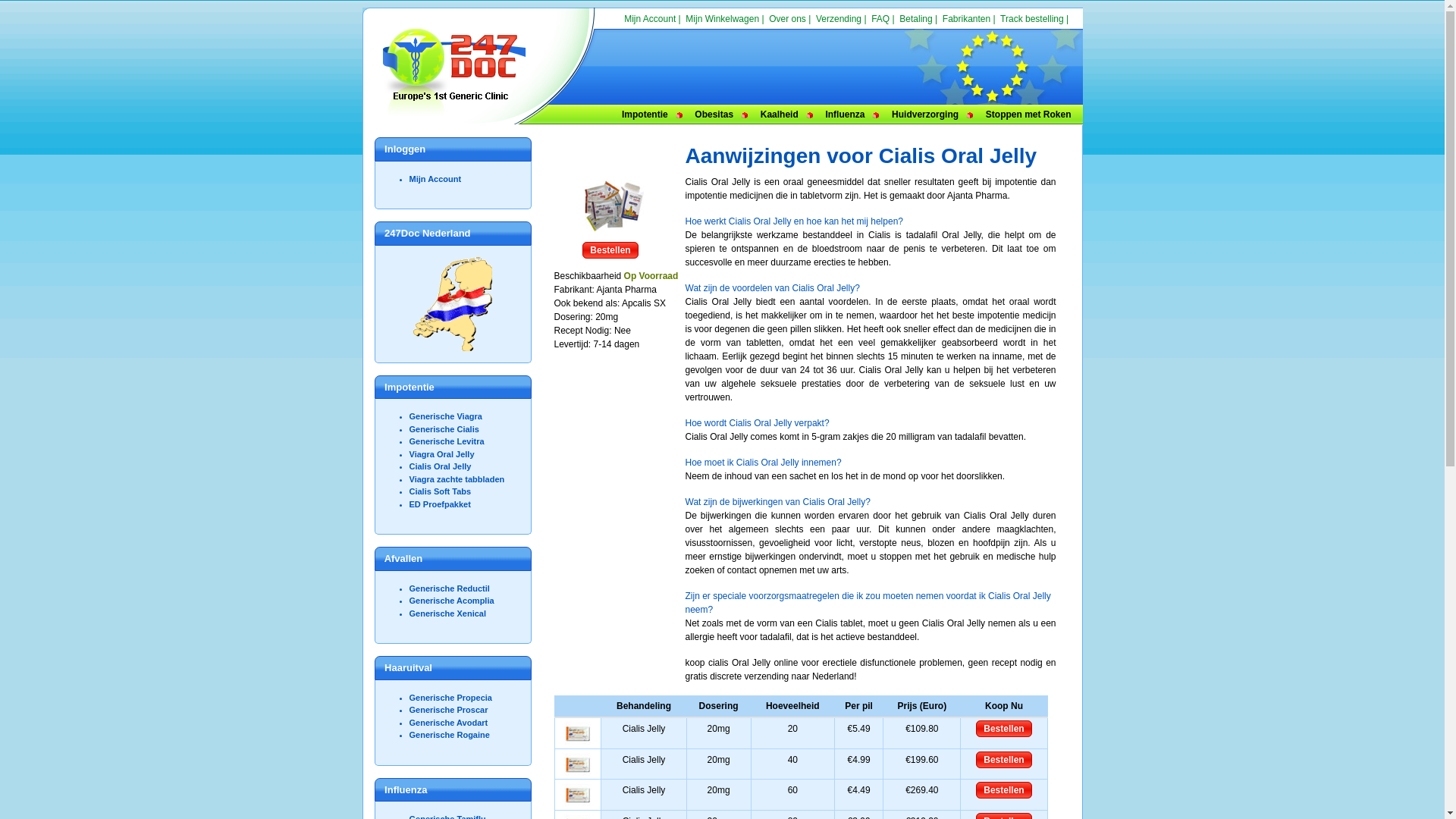 This screenshot has width=1456, height=819. I want to click on 'Generische Reductil', so click(449, 587).